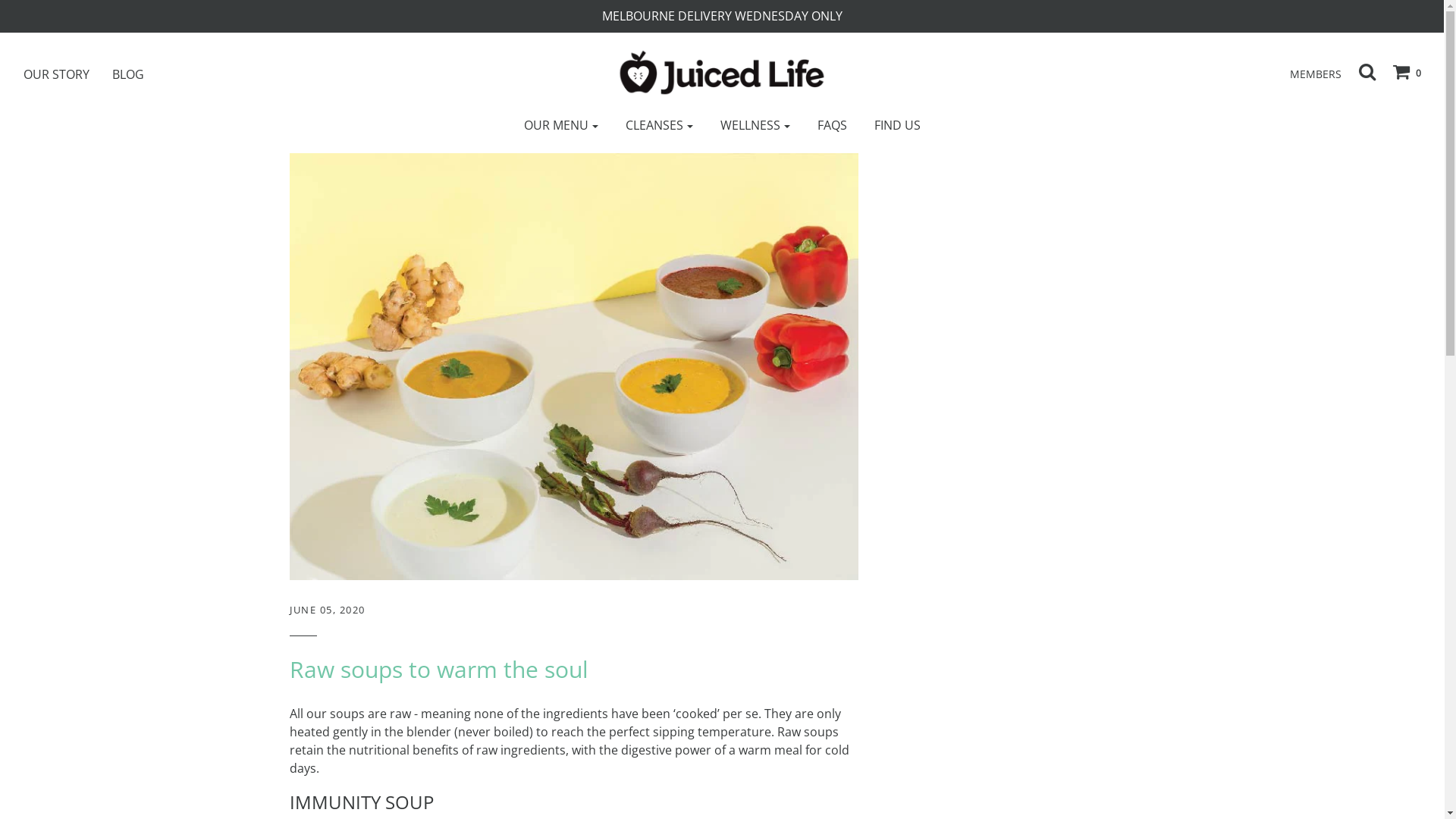 Image resolution: width=1456 pixels, height=819 pixels. I want to click on 'BLOG', so click(139, 74).